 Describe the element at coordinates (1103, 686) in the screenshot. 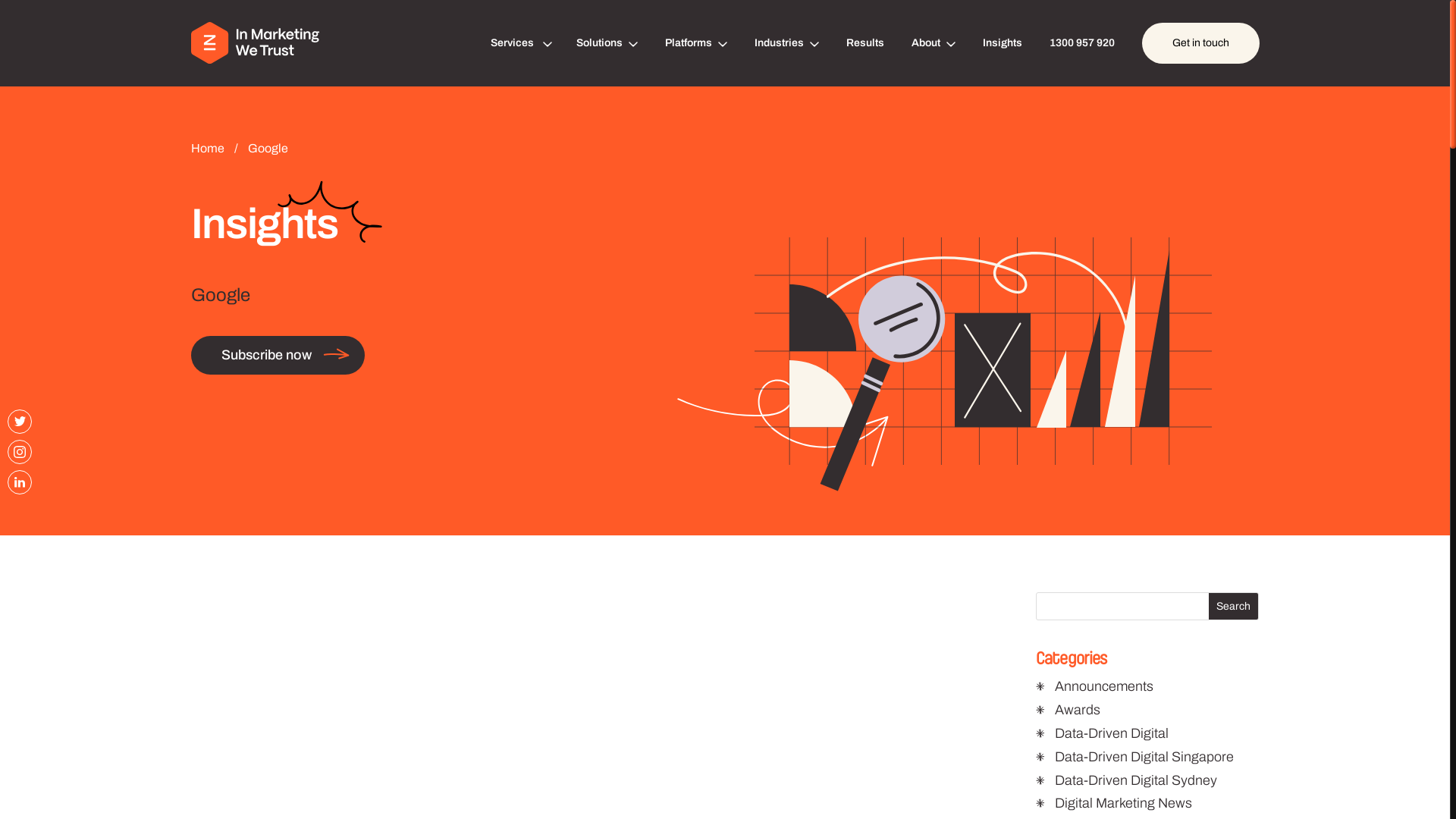

I see `'Announcements'` at that location.